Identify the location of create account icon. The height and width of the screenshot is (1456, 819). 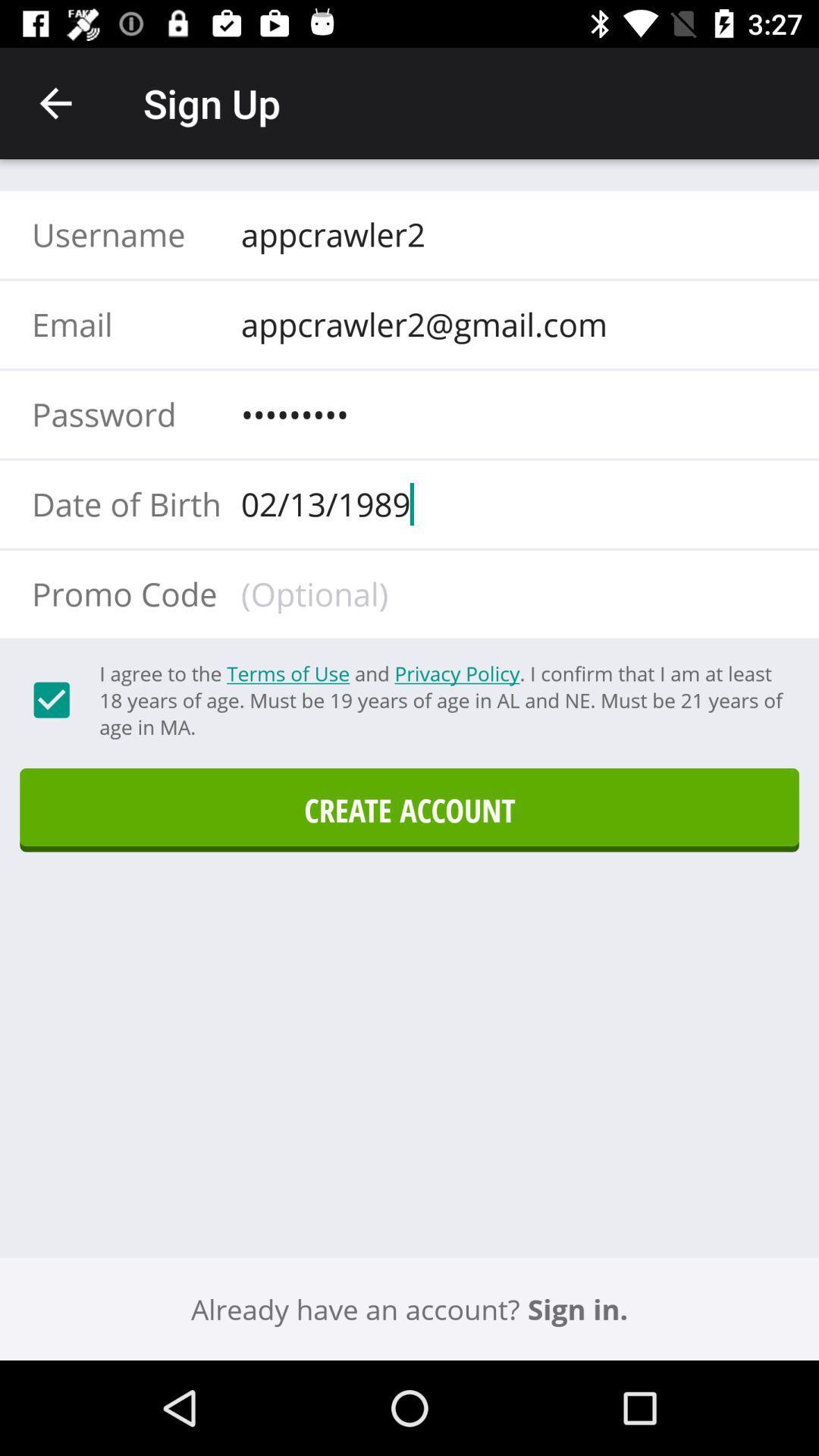
(409, 809).